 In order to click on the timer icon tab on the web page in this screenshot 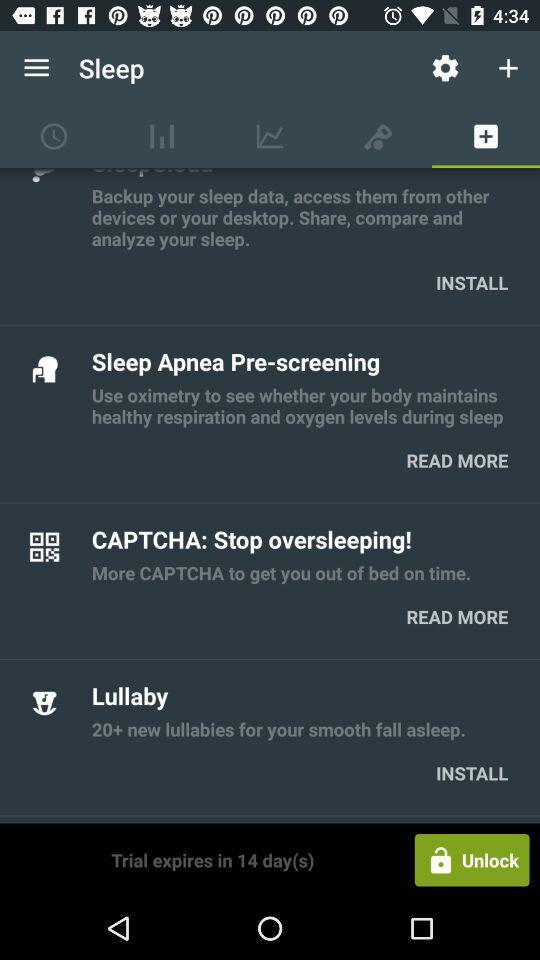, I will do `click(54, 135)`.